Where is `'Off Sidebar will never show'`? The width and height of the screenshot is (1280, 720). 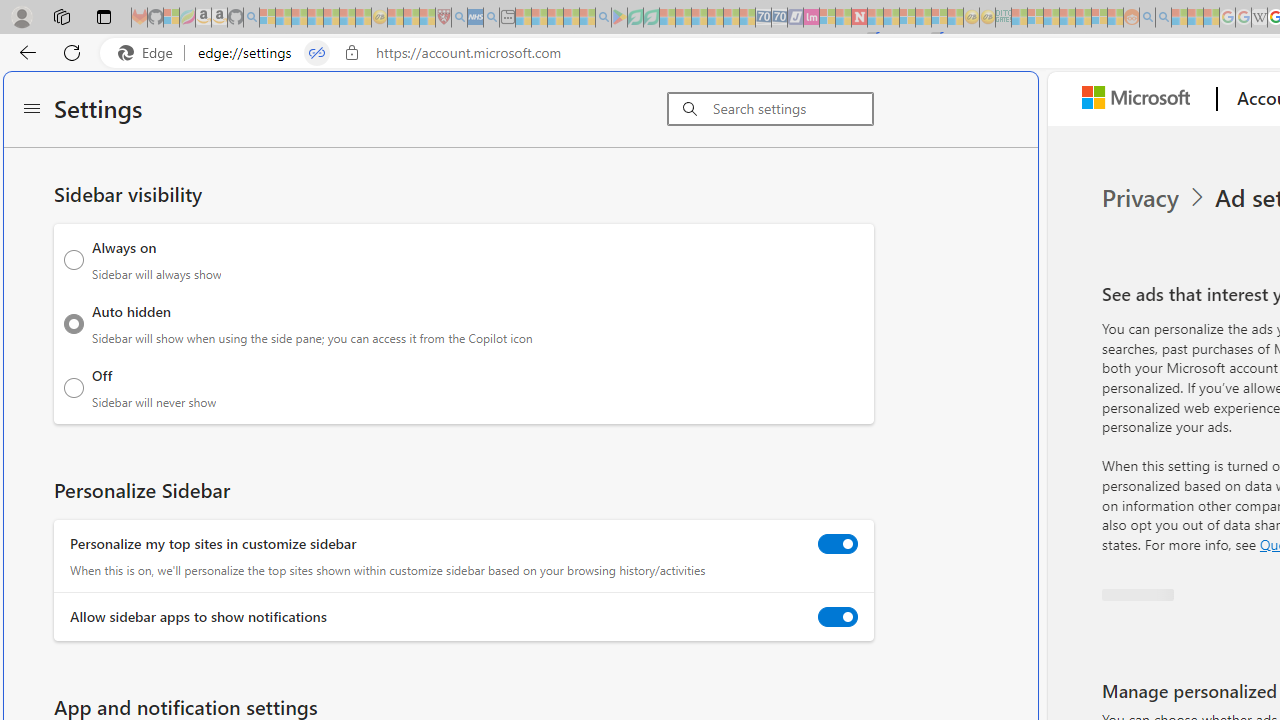
'Off Sidebar will never show' is located at coordinates (74, 388).